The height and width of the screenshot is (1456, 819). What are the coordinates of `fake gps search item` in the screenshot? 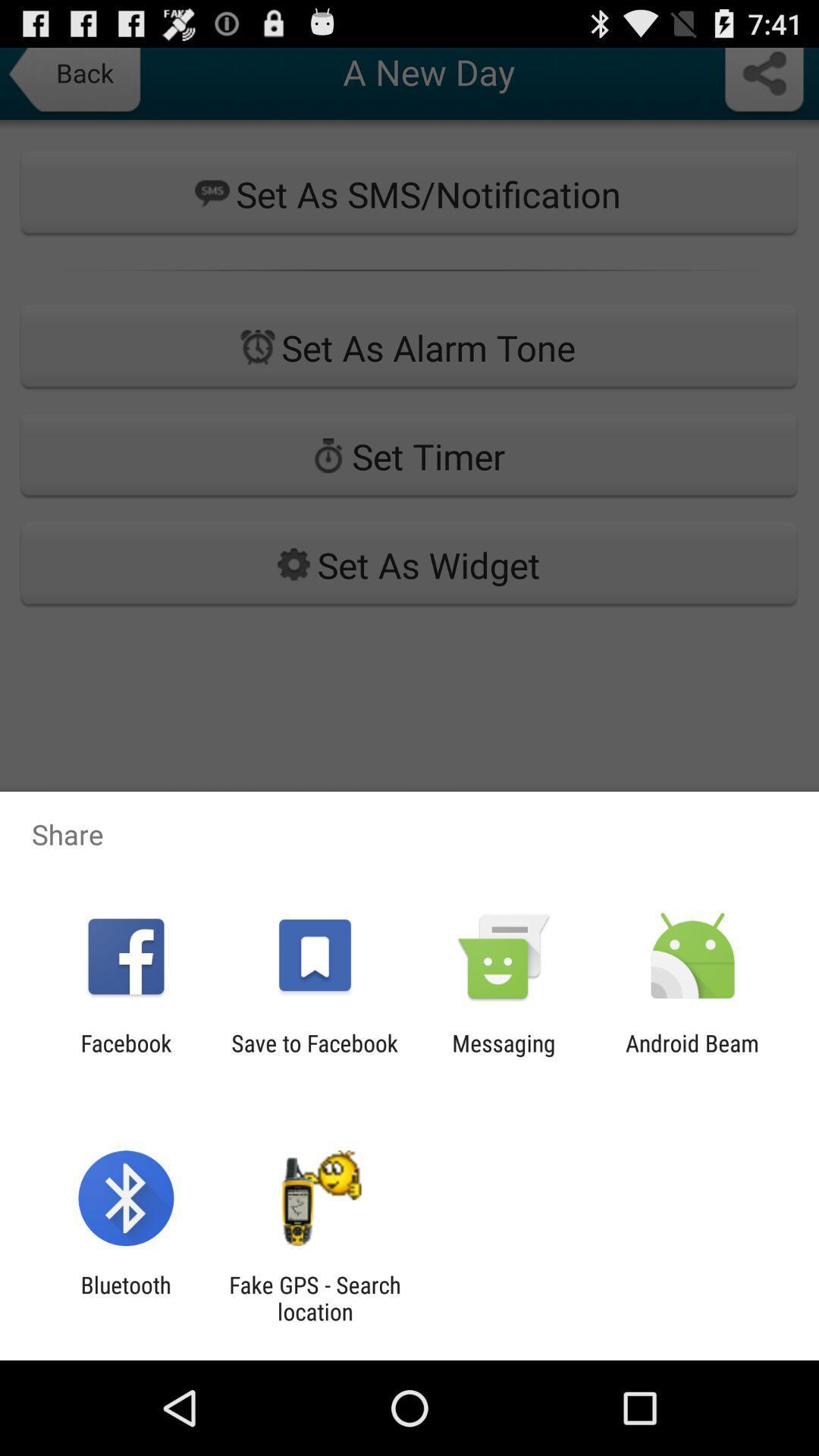 It's located at (314, 1298).